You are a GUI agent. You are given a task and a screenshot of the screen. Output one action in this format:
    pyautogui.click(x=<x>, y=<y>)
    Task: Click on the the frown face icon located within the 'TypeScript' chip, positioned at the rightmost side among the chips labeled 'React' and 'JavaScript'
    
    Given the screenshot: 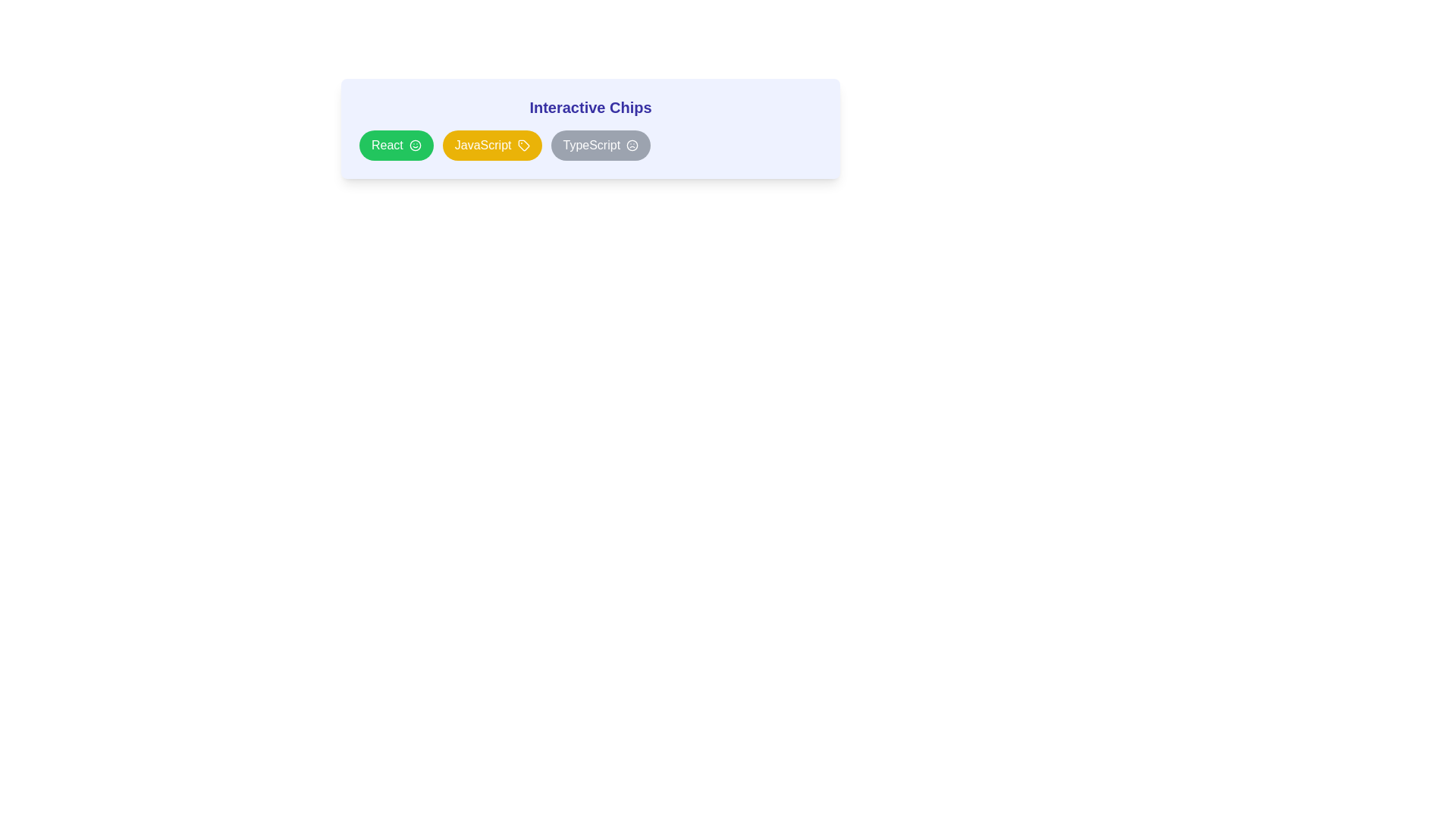 What is the action you would take?
    pyautogui.click(x=632, y=146)
    